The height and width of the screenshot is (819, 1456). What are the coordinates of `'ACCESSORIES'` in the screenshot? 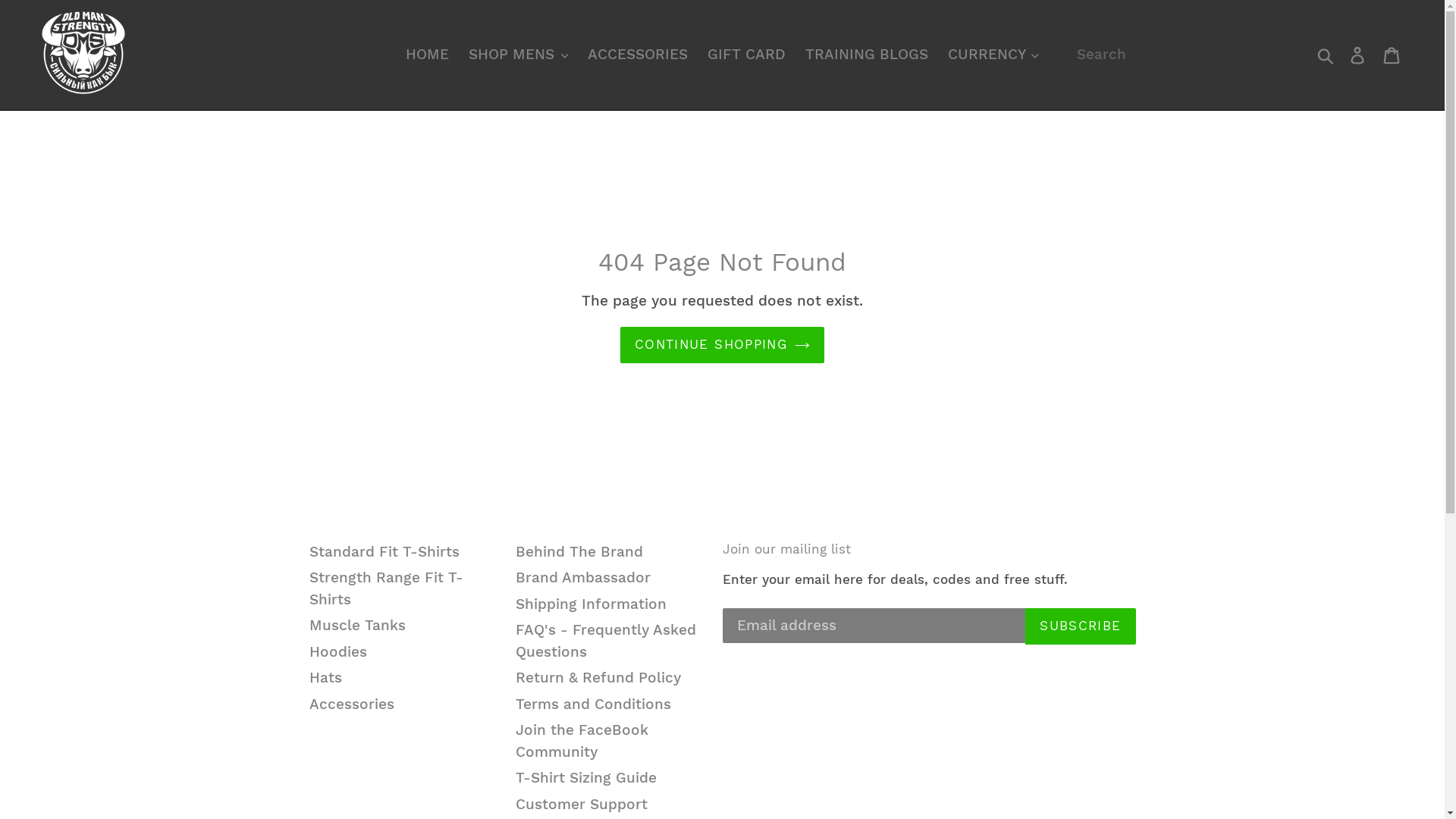 It's located at (579, 54).